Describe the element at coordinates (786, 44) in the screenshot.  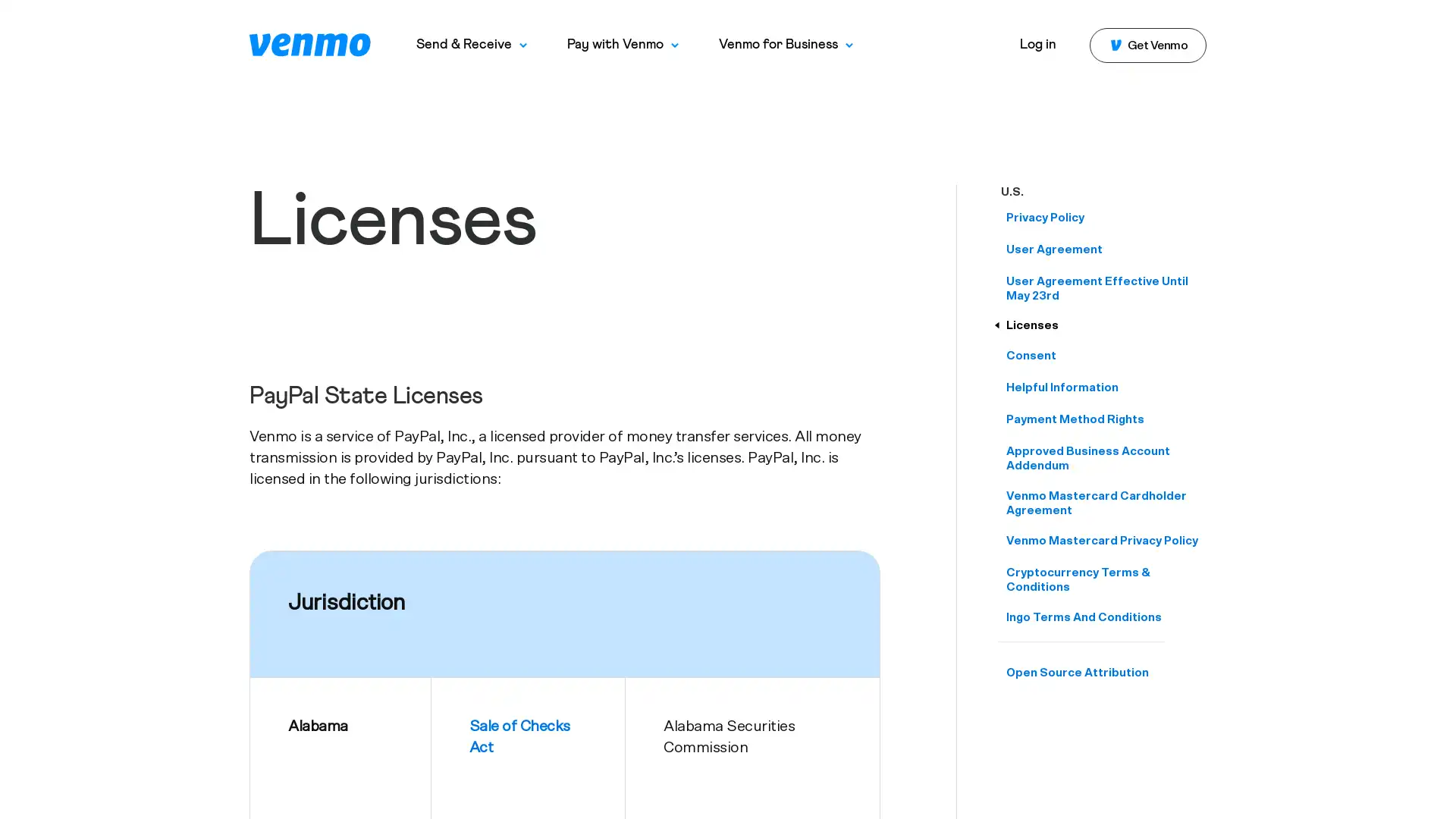
I see `Venmo for Business` at that location.